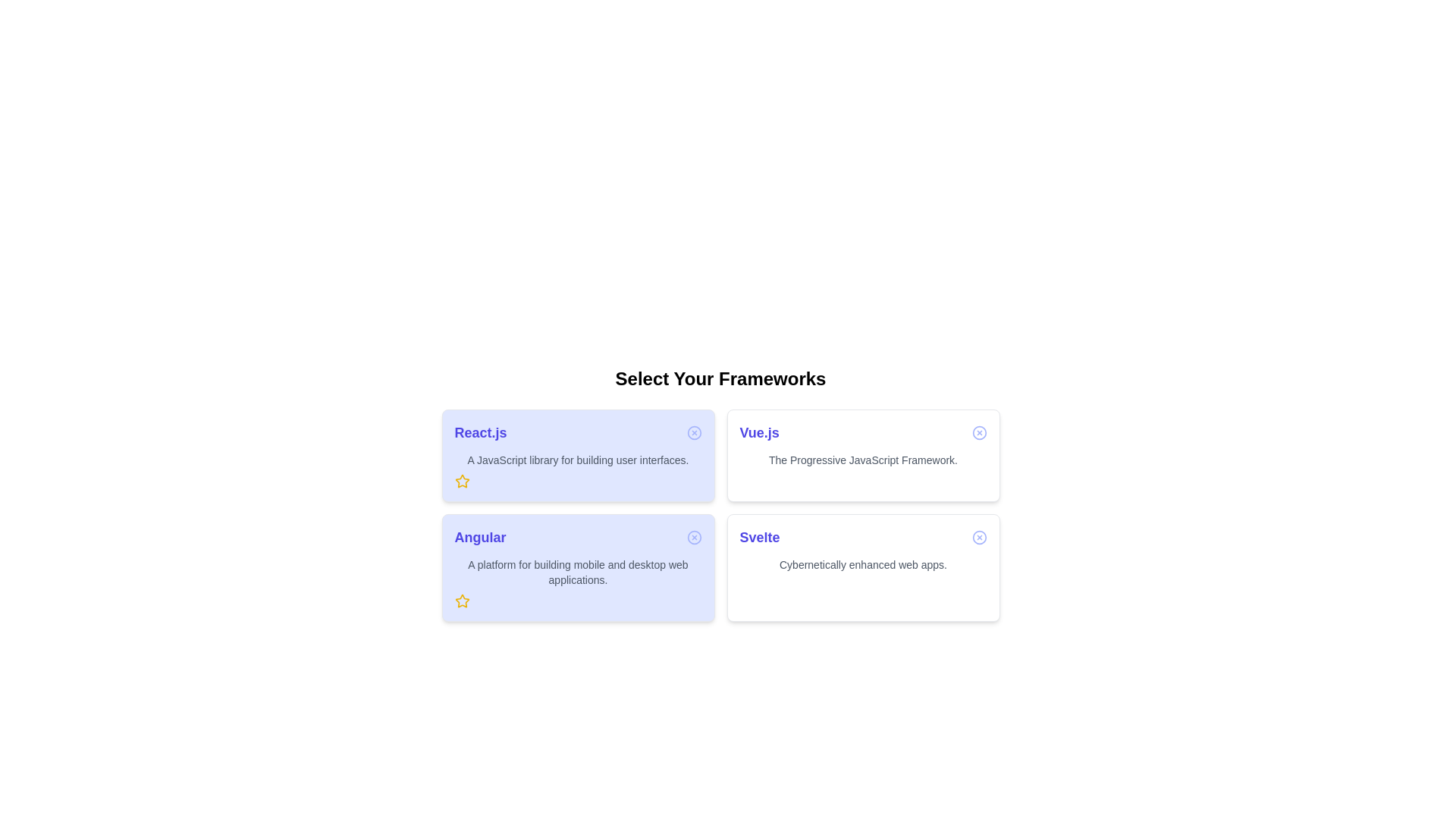 This screenshot has width=1456, height=819. What do you see at coordinates (693, 537) in the screenshot?
I see `close button on the chip labeled Angular to remove it` at bounding box center [693, 537].